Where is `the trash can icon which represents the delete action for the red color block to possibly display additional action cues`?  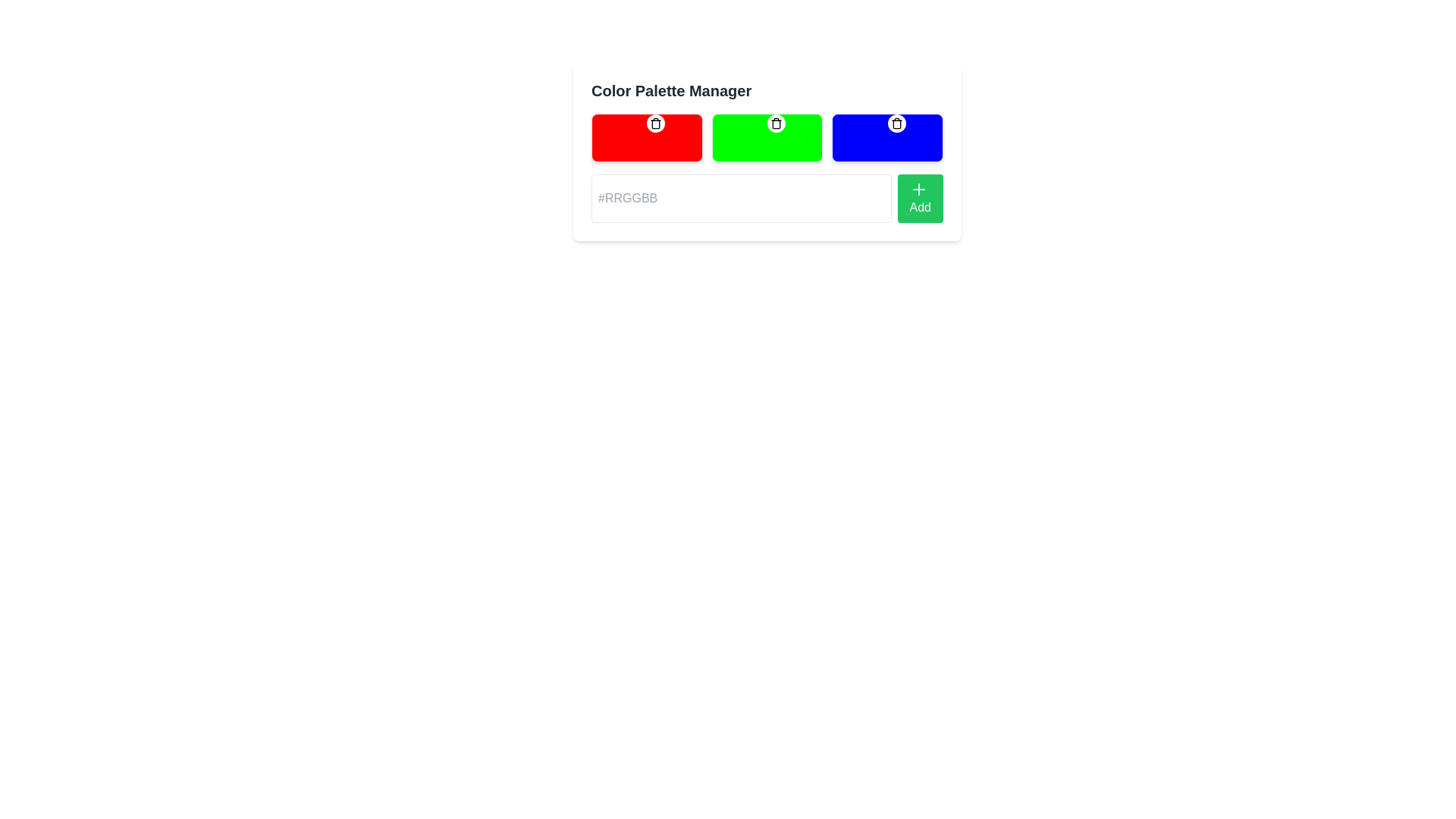 the trash can icon which represents the delete action for the red color block to possibly display additional action cues is located at coordinates (656, 122).